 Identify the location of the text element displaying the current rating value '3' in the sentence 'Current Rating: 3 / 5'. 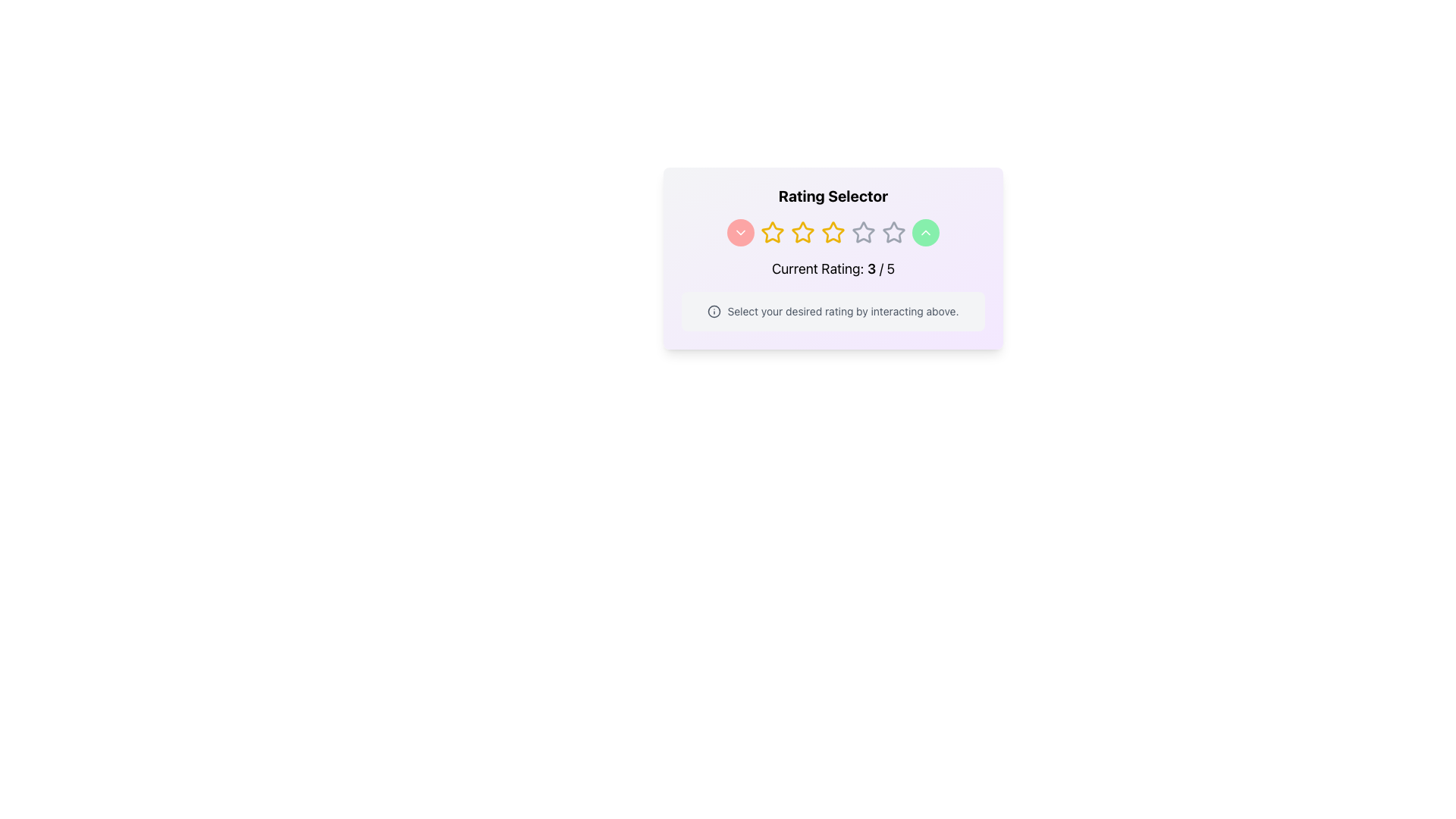
(871, 268).